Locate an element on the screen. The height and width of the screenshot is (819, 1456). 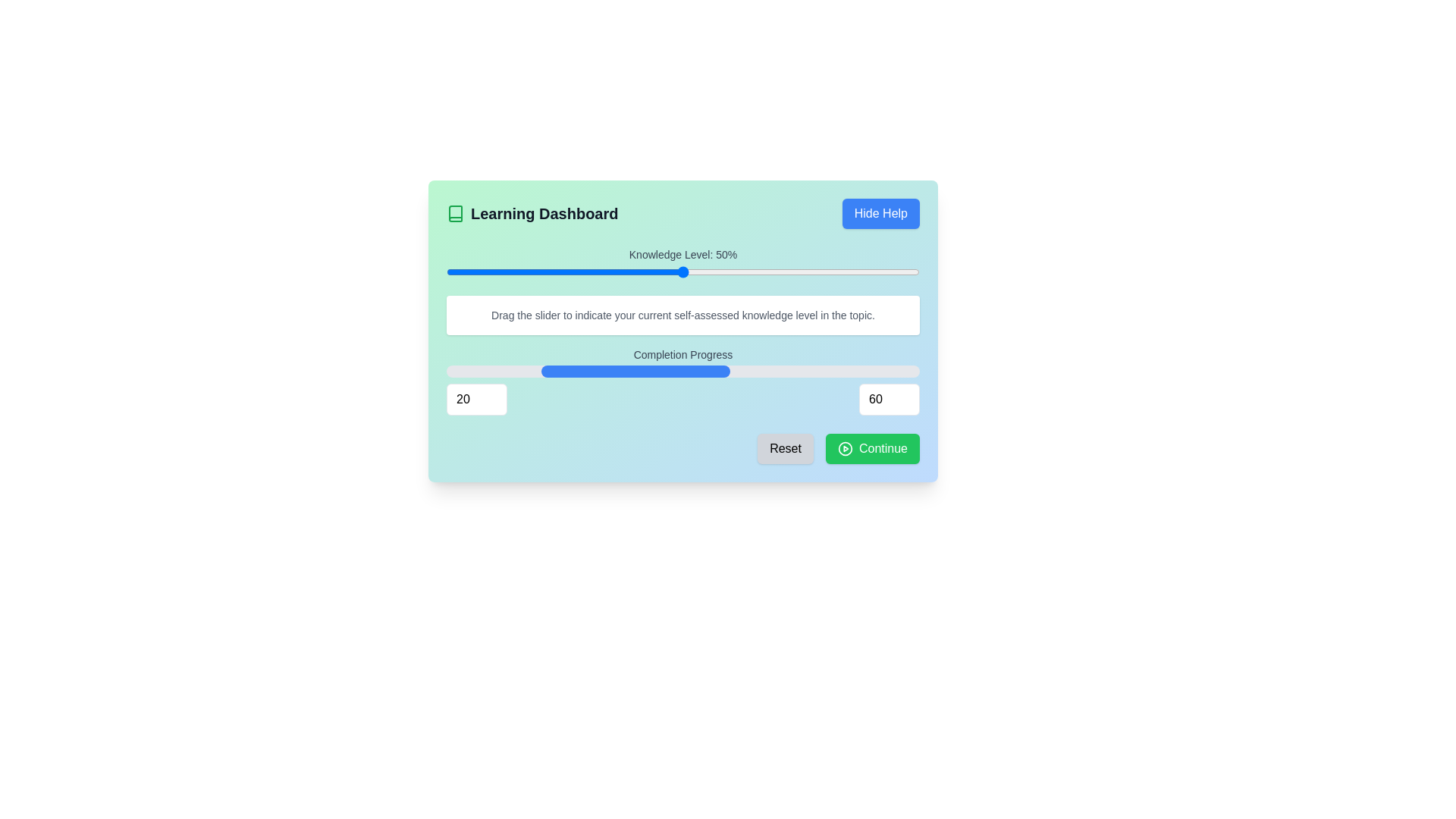
the 'play' symbol icon located at the bottom-right corner of the 'Continue' button, which indicates that an action will commence upon clicking the button is located at coordinates (844, 447).